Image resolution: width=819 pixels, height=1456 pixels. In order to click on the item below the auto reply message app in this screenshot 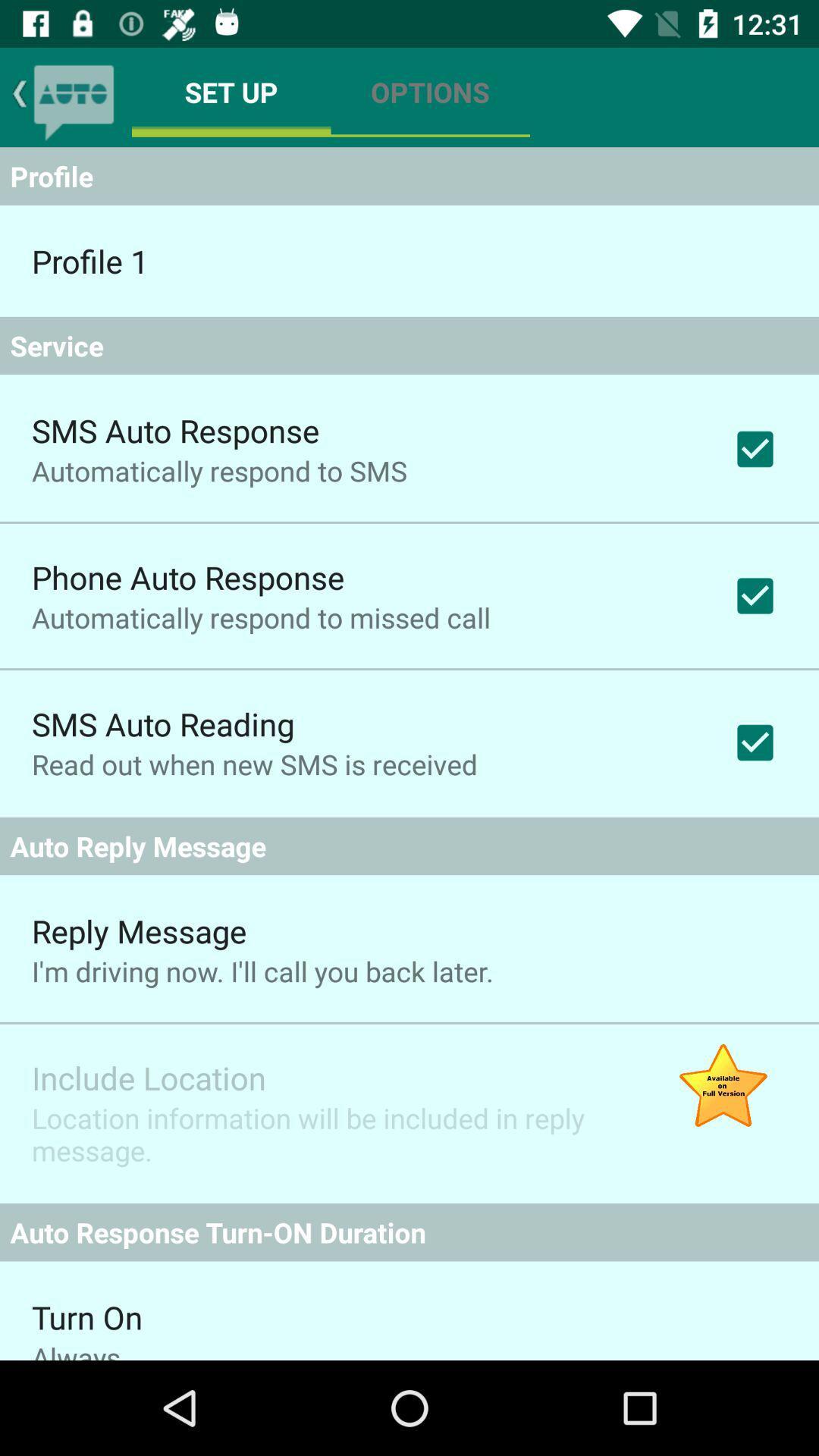, I will do `click(722, 1087)`.